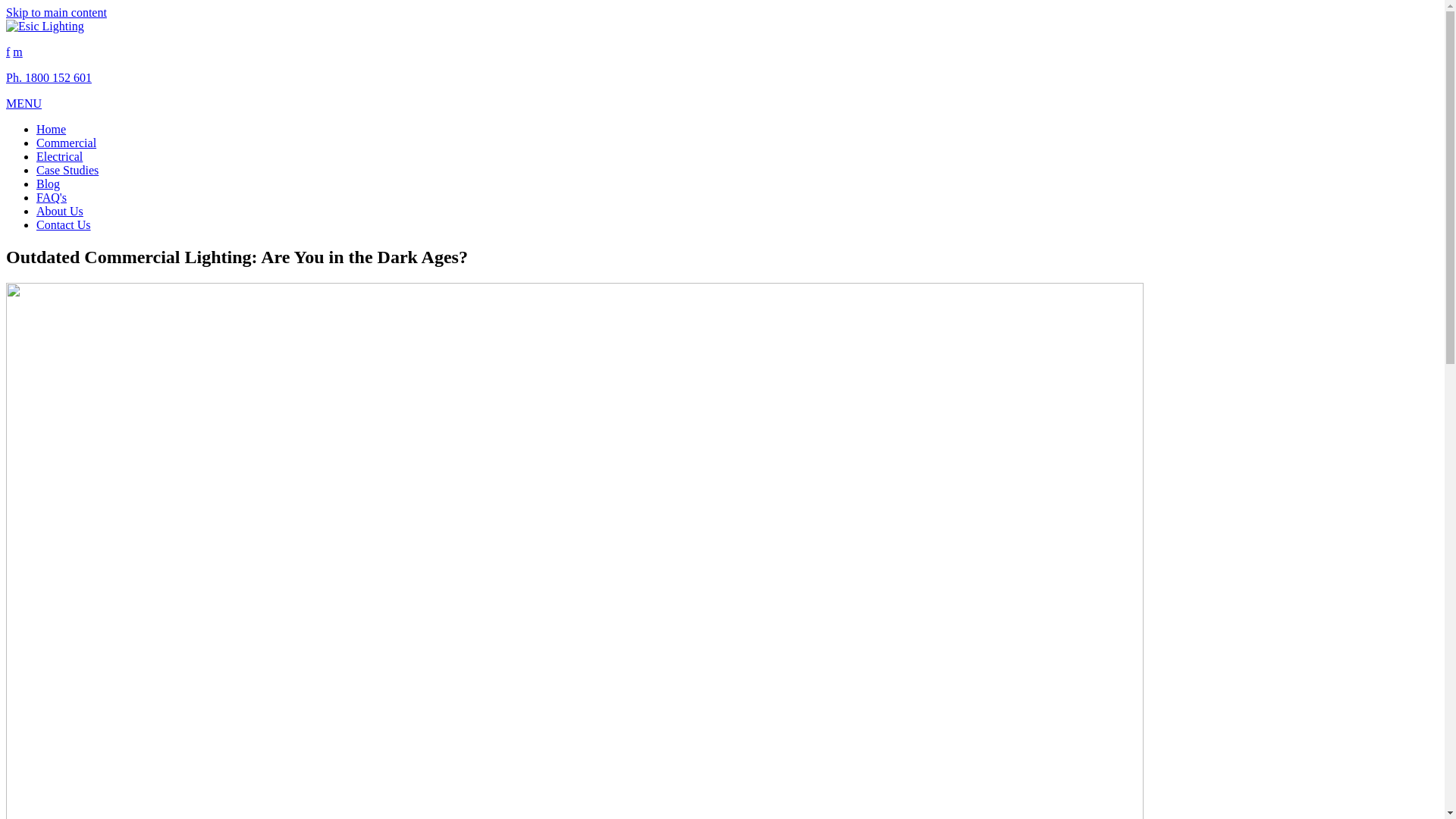 The width and height of the screenshot is (1456, 819). What do you see at coordinates (36, 211) in the screenshot?
I see `'About Us'` at bounding box center [36, 211].